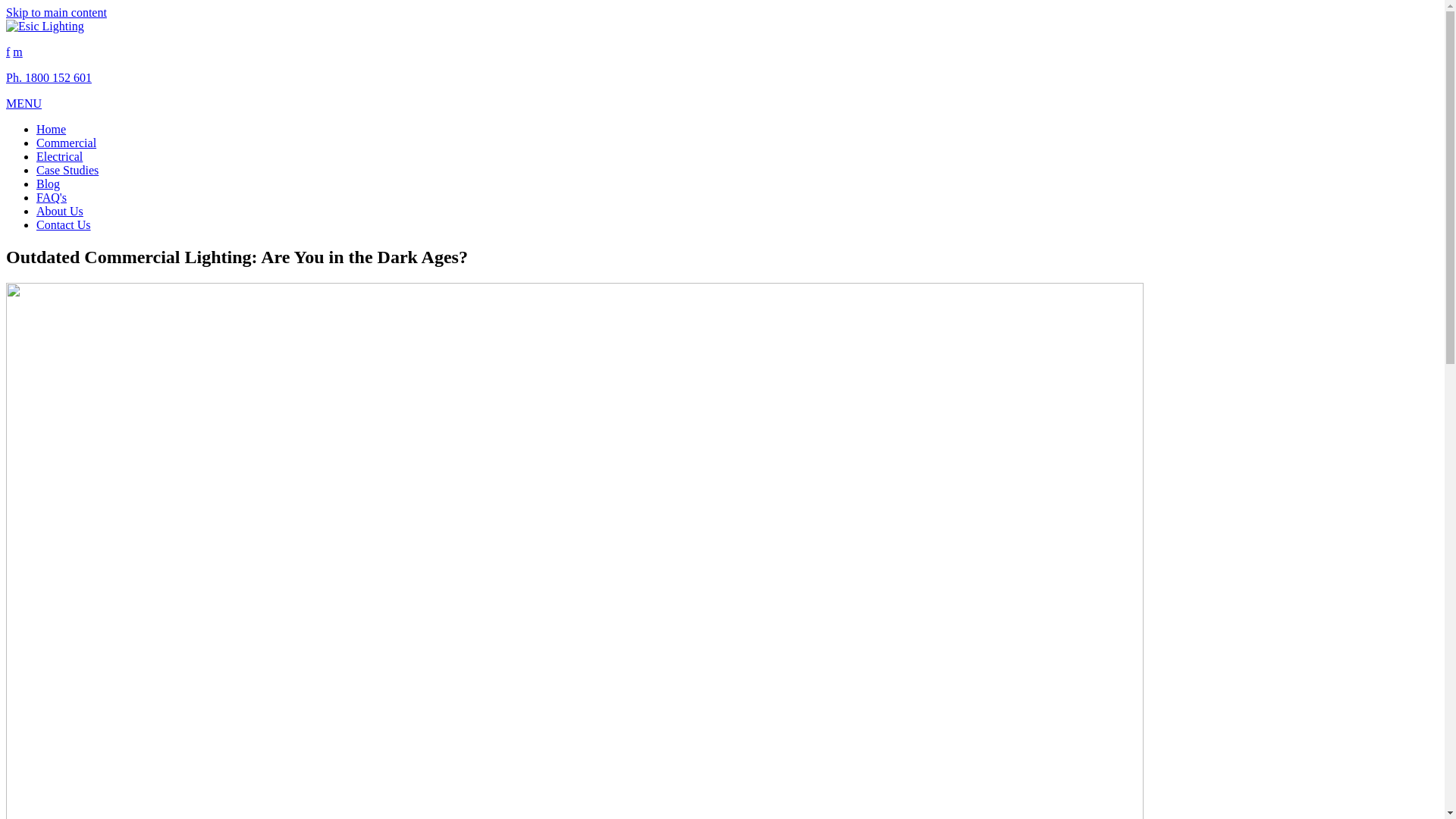 The width and height of the screenshot is (1456, 819). What do you see at coordinates (36, 211) in the screenshot?
I see `'About Us'` at bounding box center [36, 211].